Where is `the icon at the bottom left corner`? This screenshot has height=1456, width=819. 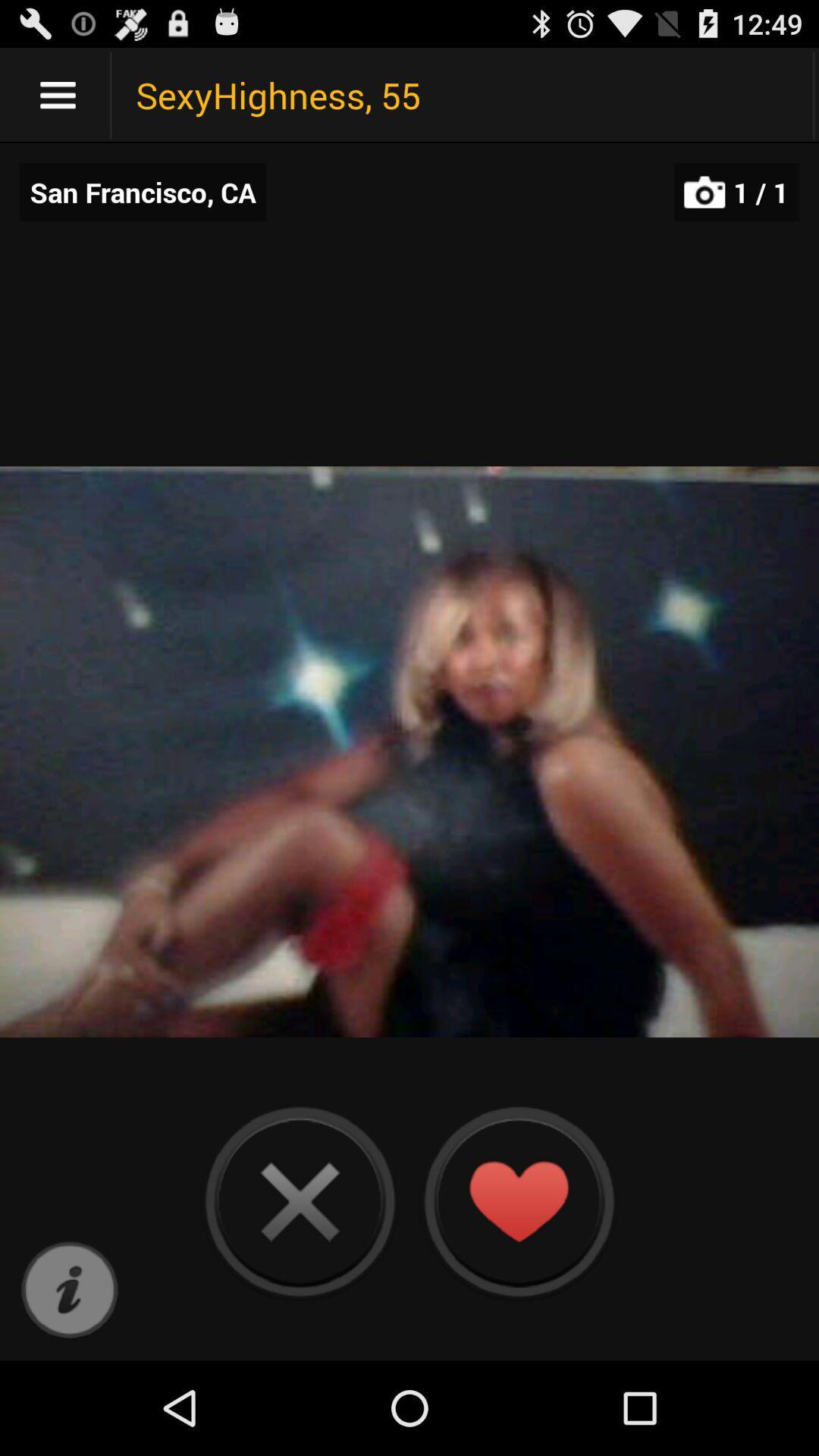 the icon at the bottom left corner is located at coordinates (69, 1290).